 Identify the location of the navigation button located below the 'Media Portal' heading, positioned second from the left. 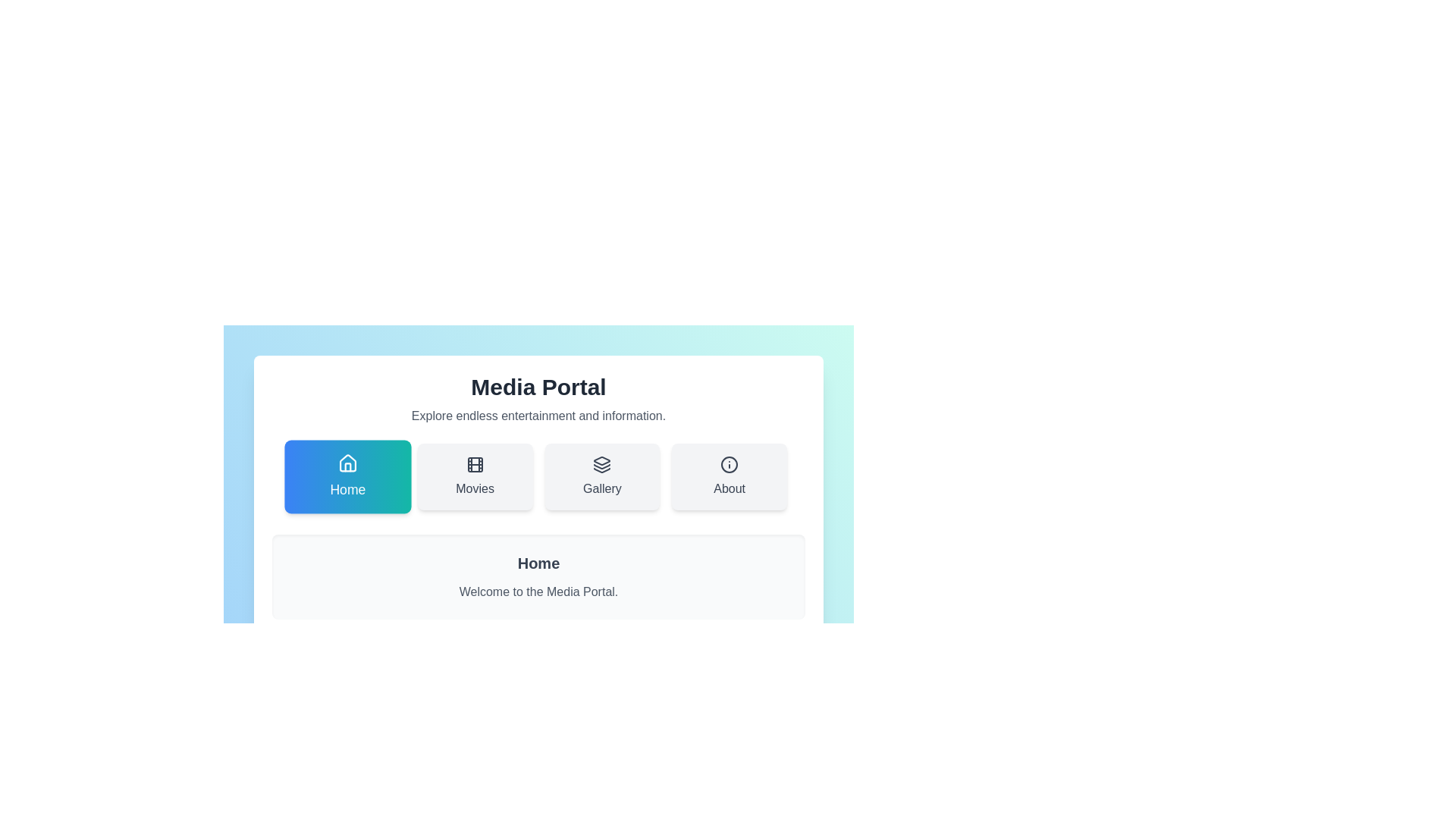
(474, 475).